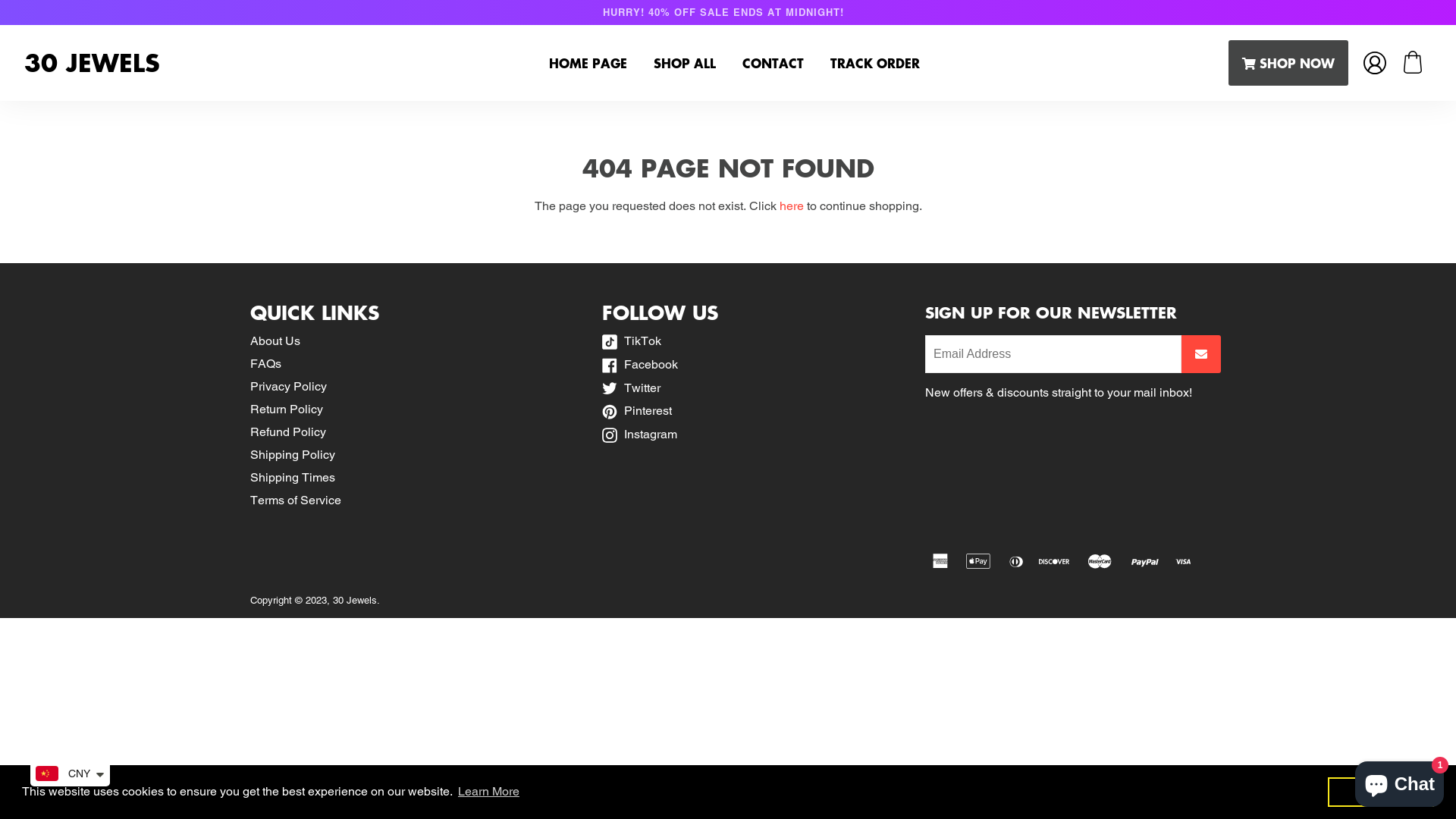 This screenshot has width=1456, height=819. I want to click on 'here', so click(790, 206).